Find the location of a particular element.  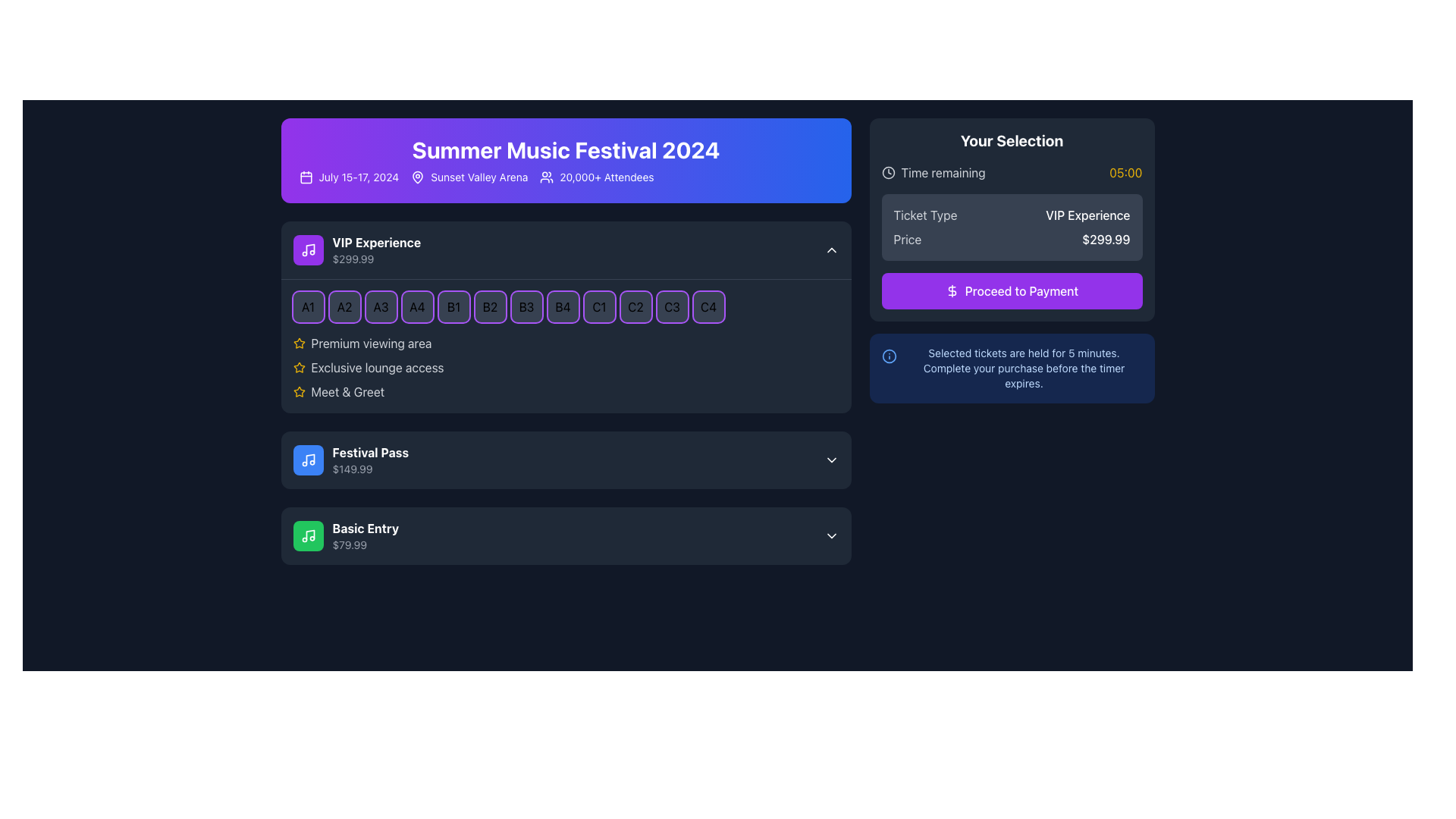

the static text element displaying the date 'July 15-17, 2024', which is styled in white on a purple background, located in the header section of the UI is located at coordinates (358, 177).